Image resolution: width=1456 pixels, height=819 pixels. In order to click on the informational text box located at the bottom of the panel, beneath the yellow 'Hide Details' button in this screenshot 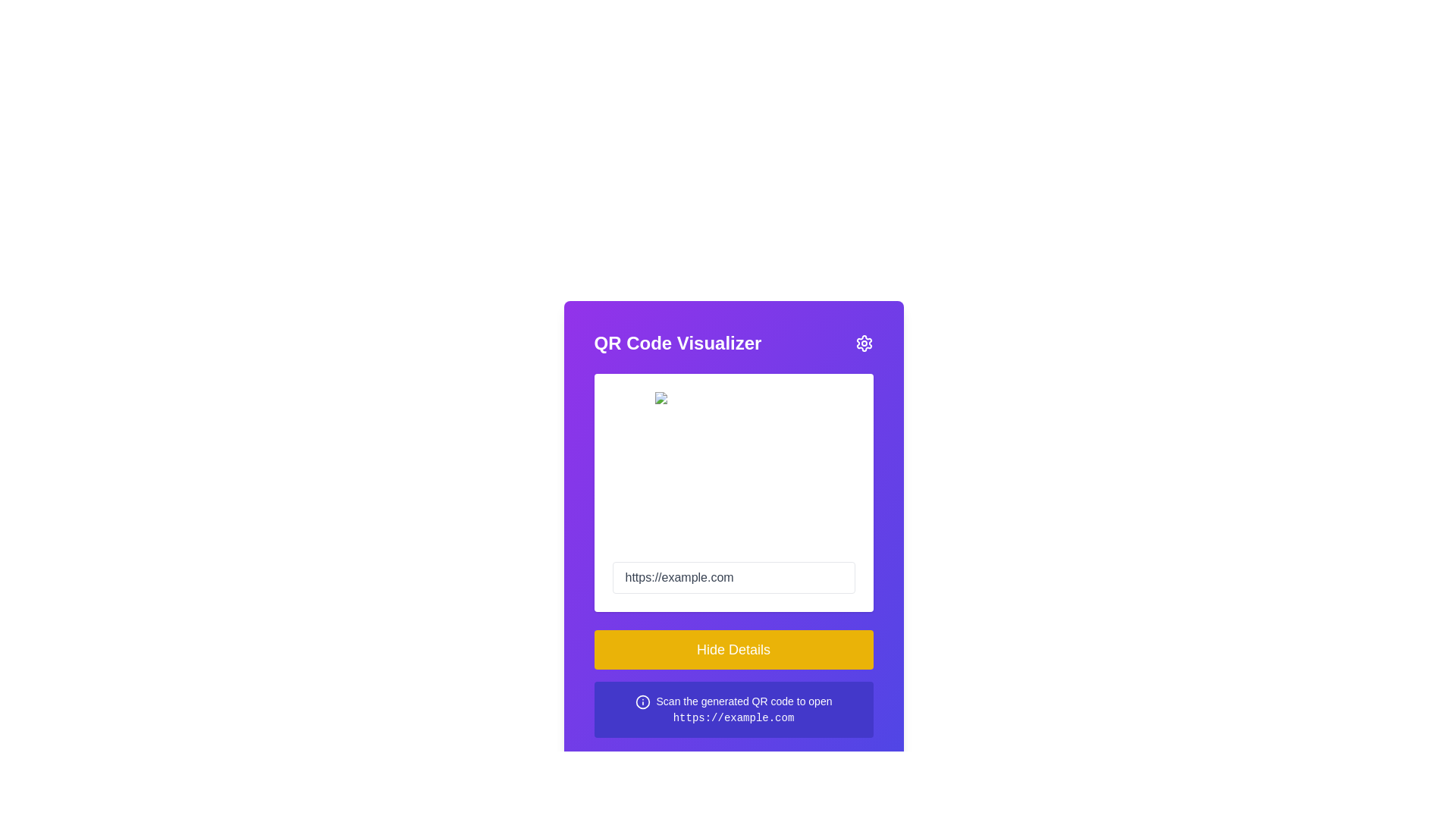, I will do `click(733, 710)`.